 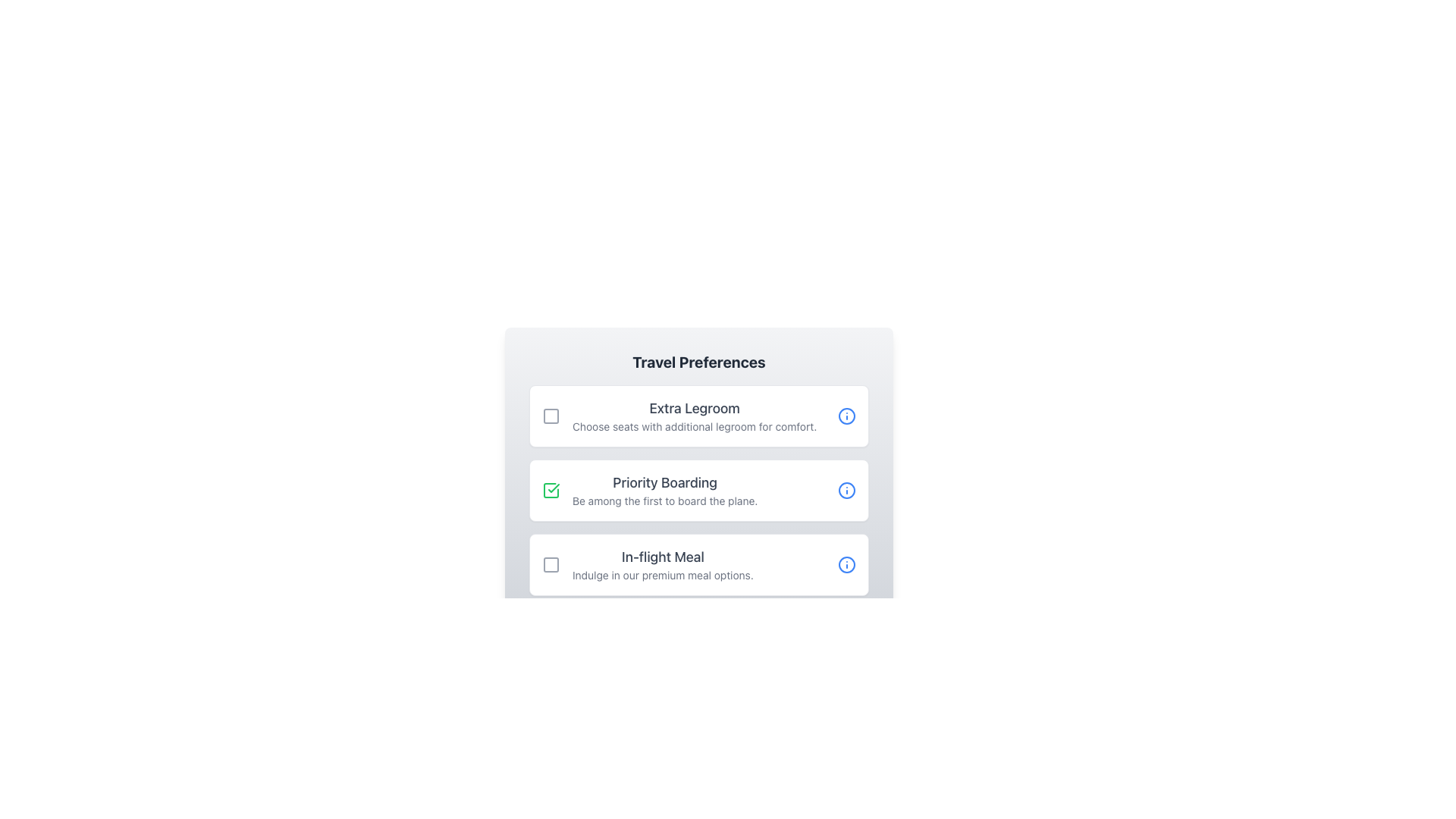 I want to click on information provided in the 'Priority Boarding' text block, which is centrally located in the second row of the 'Travel Preferences' section, so click(x=665, y=491).